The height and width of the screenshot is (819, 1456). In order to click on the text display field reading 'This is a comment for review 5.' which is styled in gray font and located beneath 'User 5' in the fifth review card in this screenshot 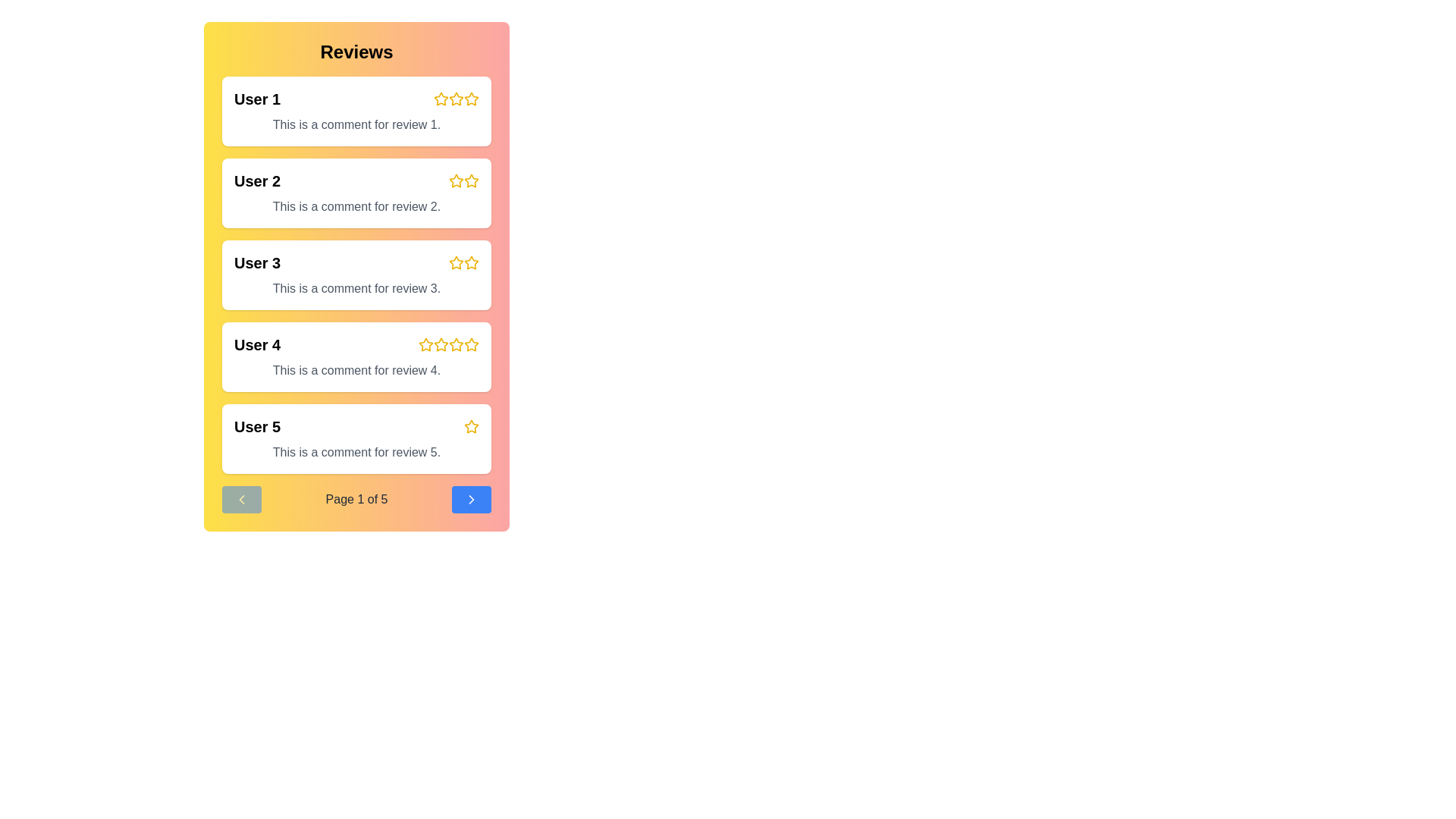, I will do `click(356, 452)`.